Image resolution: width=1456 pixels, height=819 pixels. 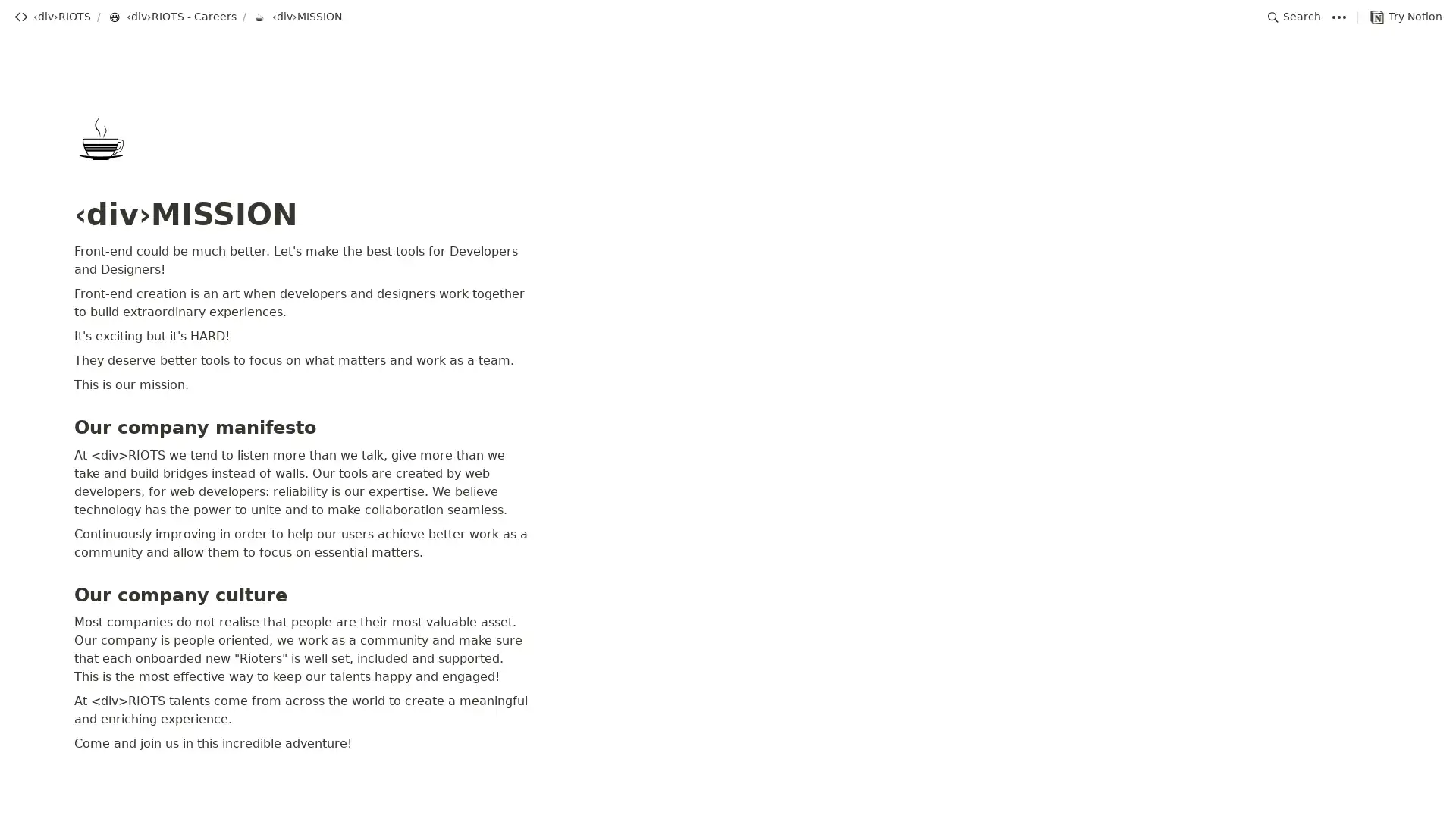 What do you see at coordinates (52, 17) in the screenshot?
I see `divRIOTS` at bounding box center [52, 17].